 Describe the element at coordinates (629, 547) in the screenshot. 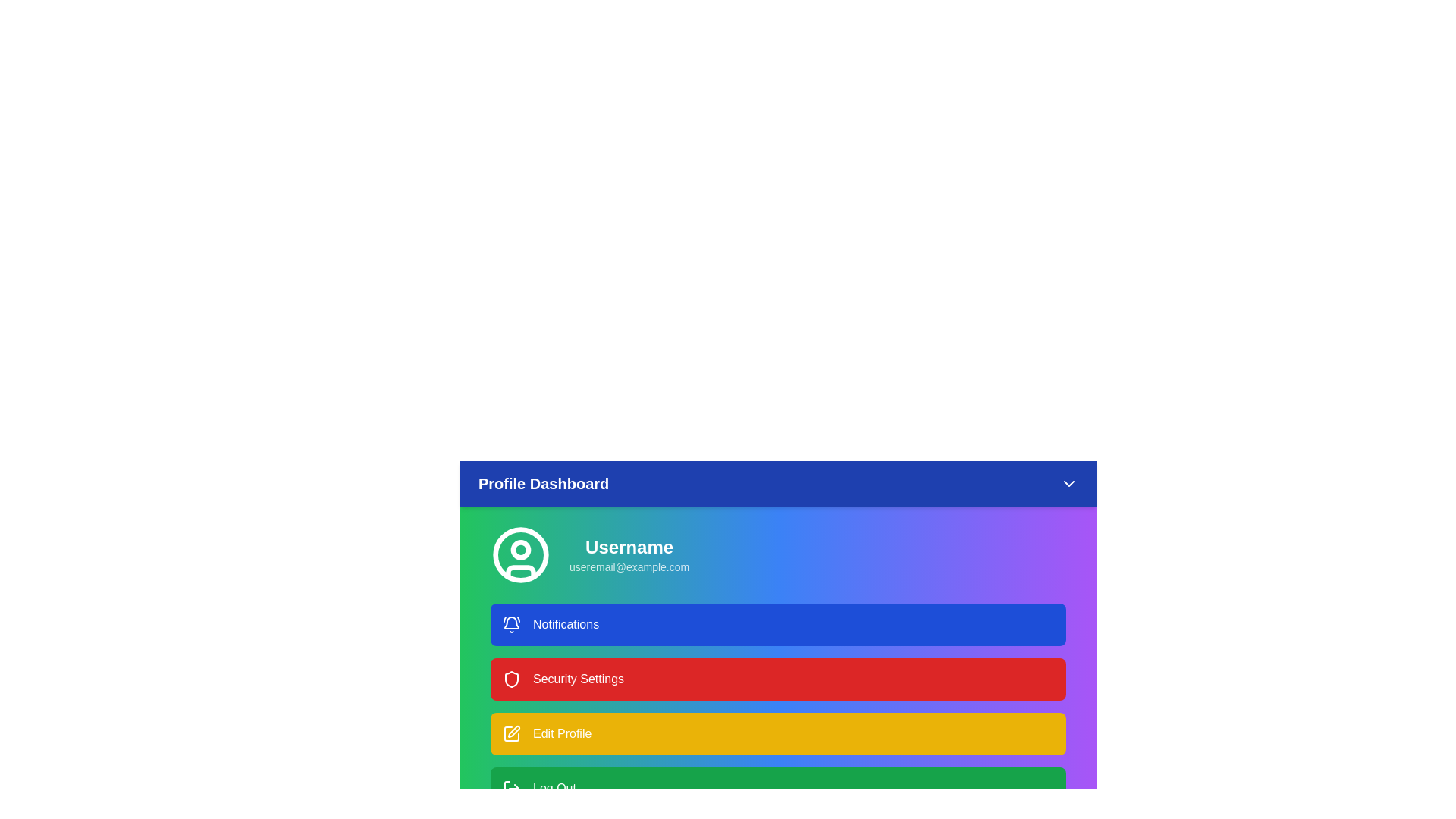

I see `the 'Username' text to trigger any associated action` at that location.